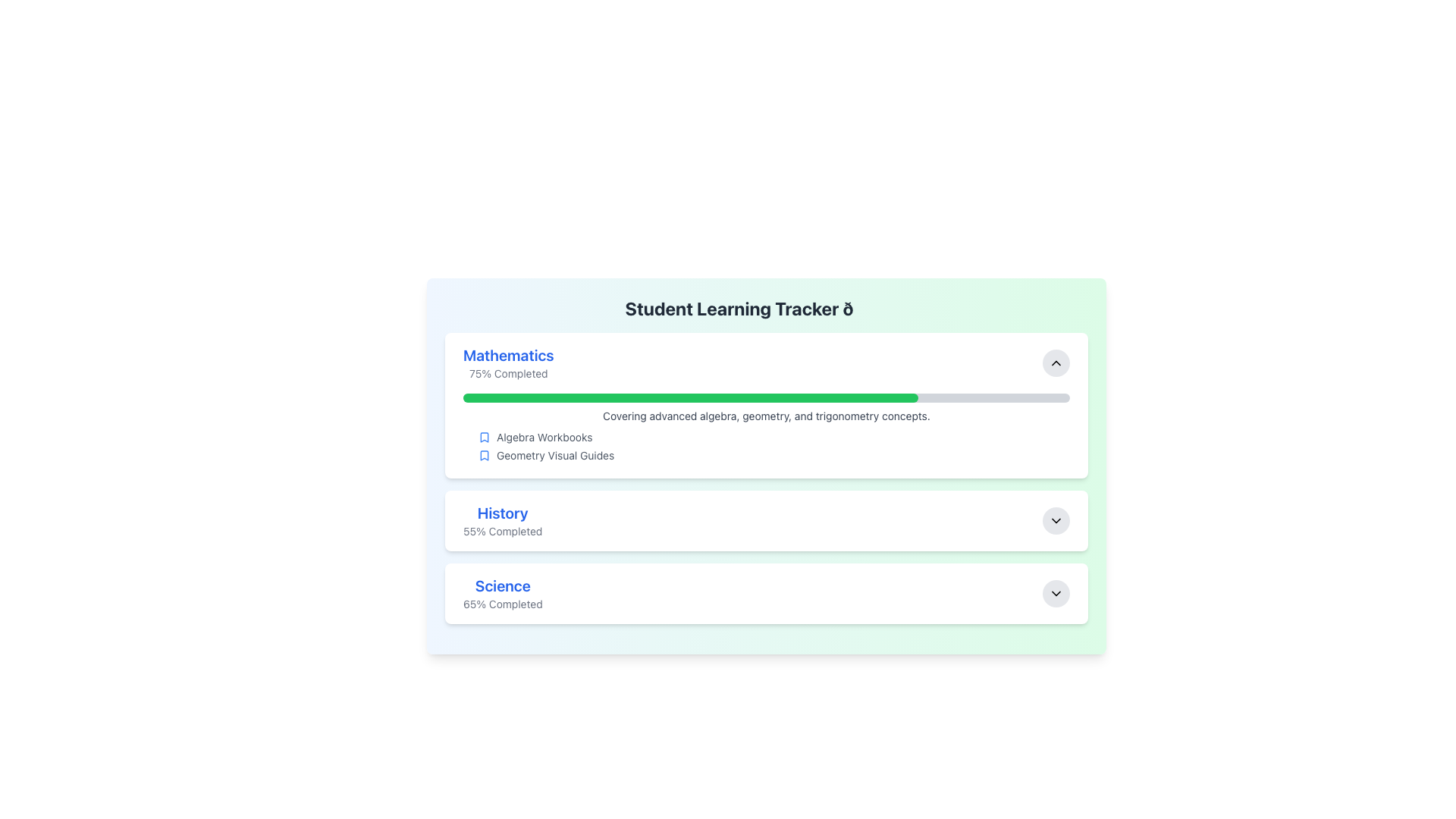 Image resolution: width=1456 pixels, height=819 pixels. What do you see at coordinates (1055, 519) in the screenshot?
I see `the circular button with a black downward-facing chevron icon located at the far right of the 'History 55% Completed' card` at bounding box center [1055, 519].